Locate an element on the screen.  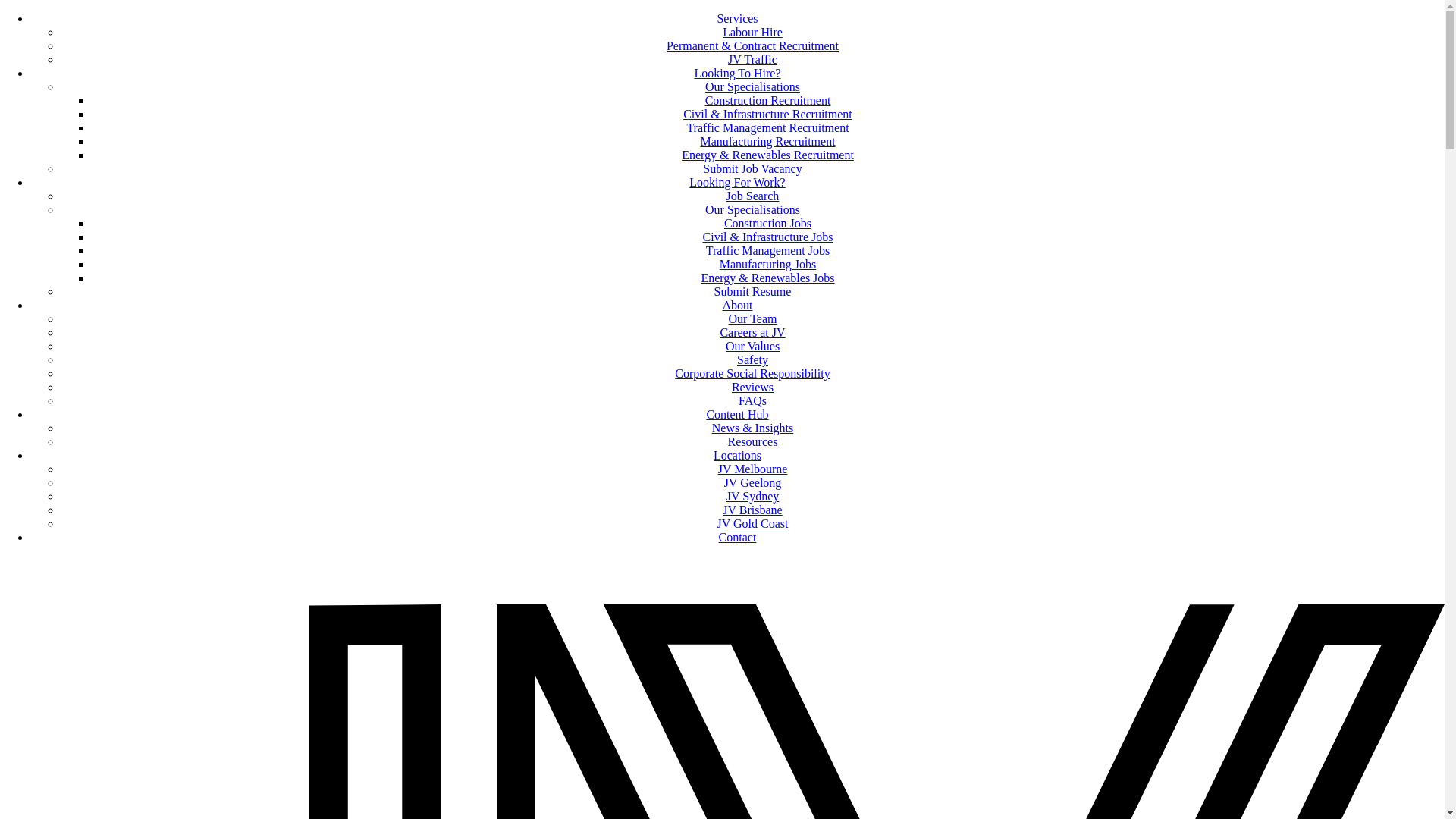
'Looking For Work?' is located at coordinates (736, 181).